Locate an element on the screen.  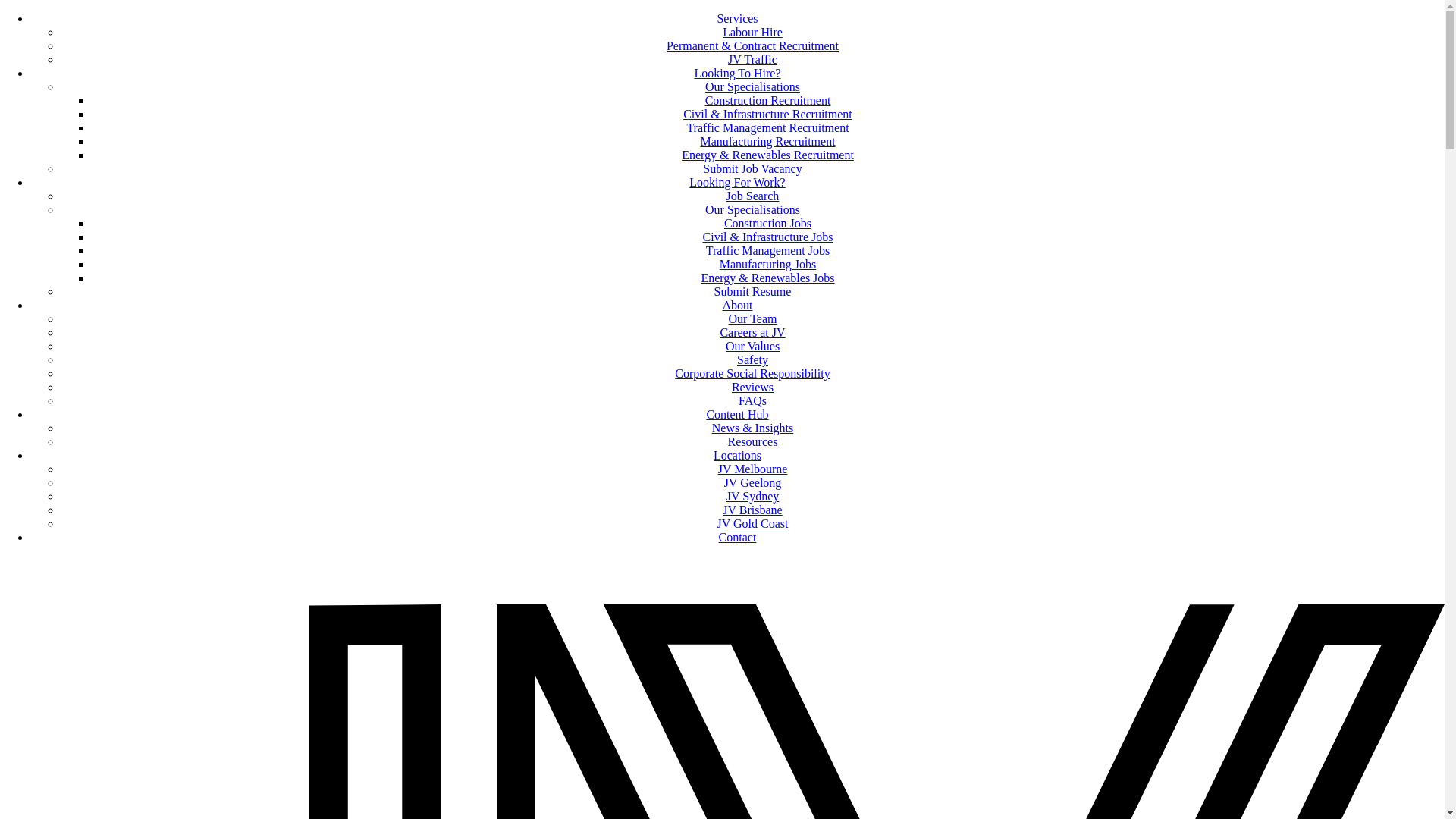
'Looking For Work?' is located at coordinates (736, 181).